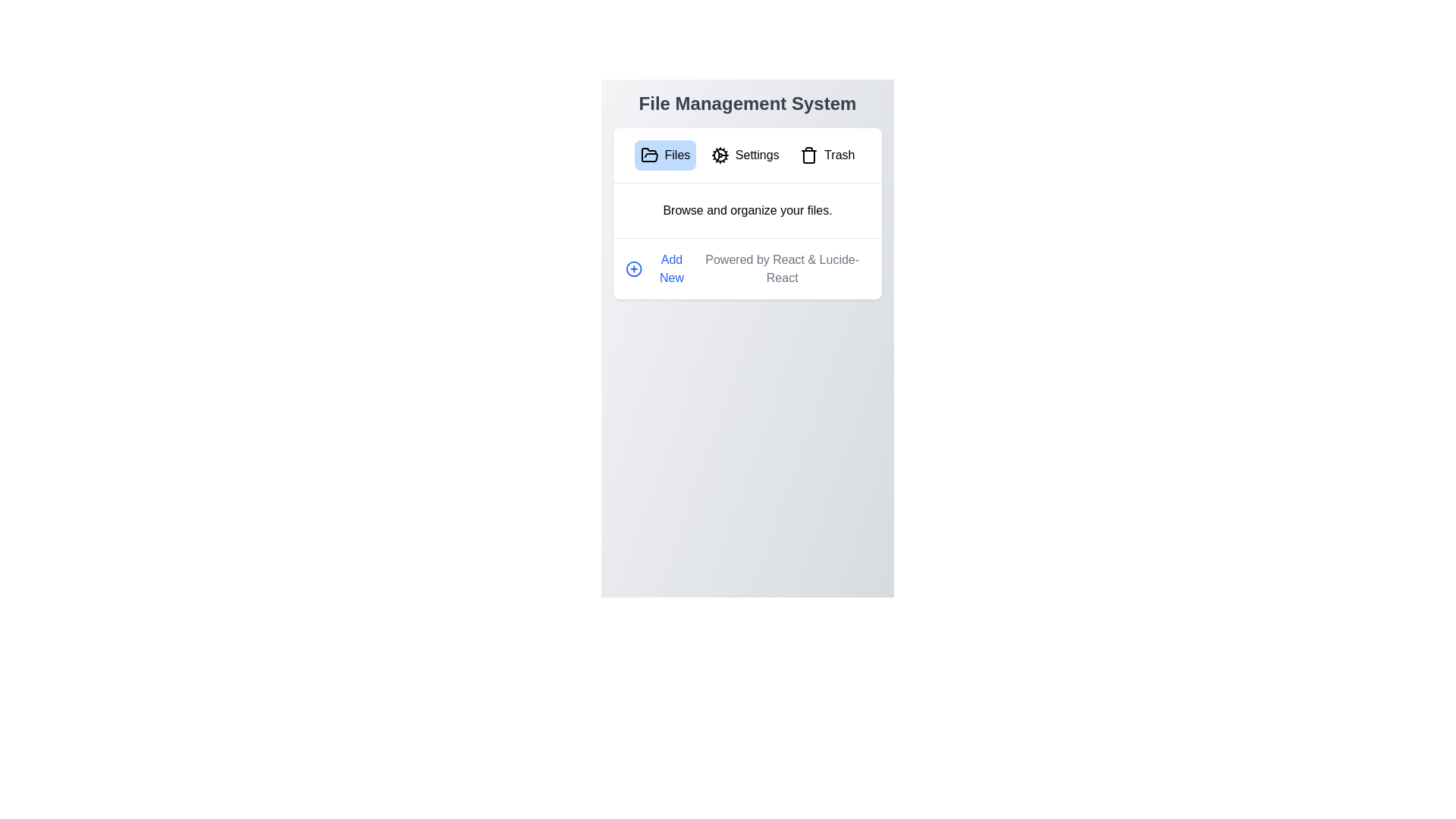 The width and height of the screenshot is (1456, 819). I want to click on the 'Add New' button to initiate the addition of a new item, so click(659, 268).